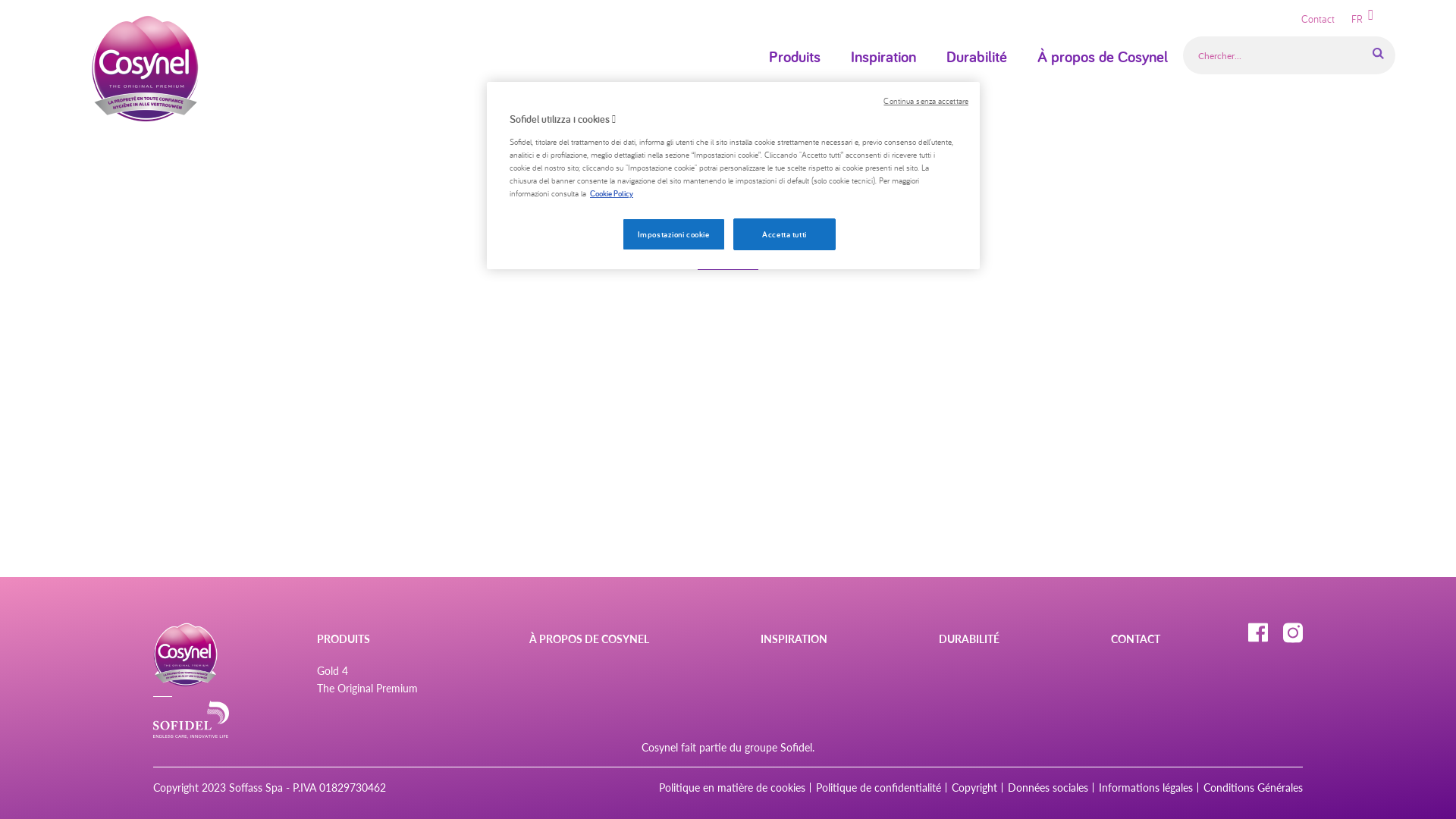 The height and width of the screenshot is (819, 1456). I want to click on 'Inspiration', so click(835, 55).